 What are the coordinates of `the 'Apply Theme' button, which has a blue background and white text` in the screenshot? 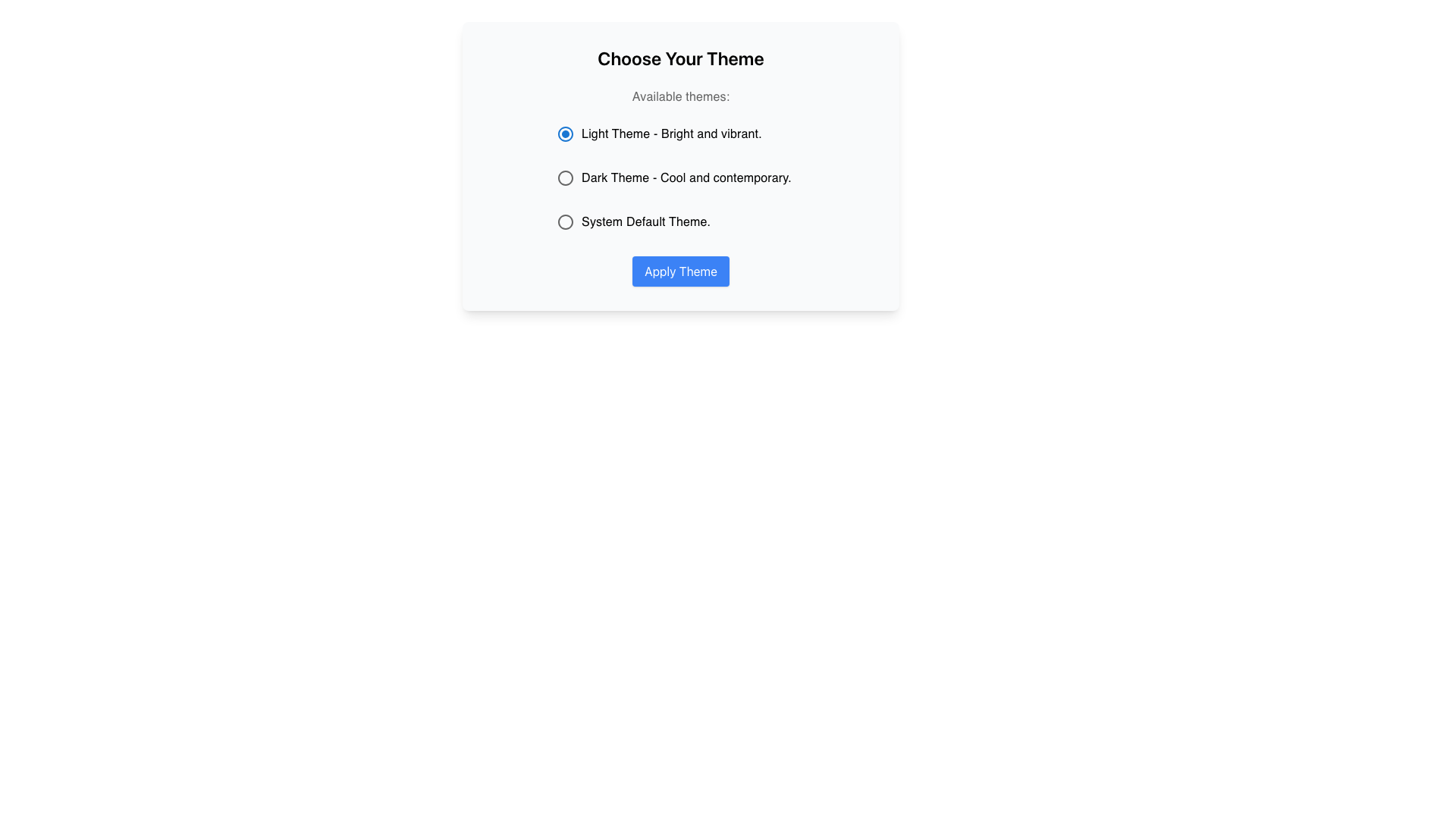 It's located at (679, 271).